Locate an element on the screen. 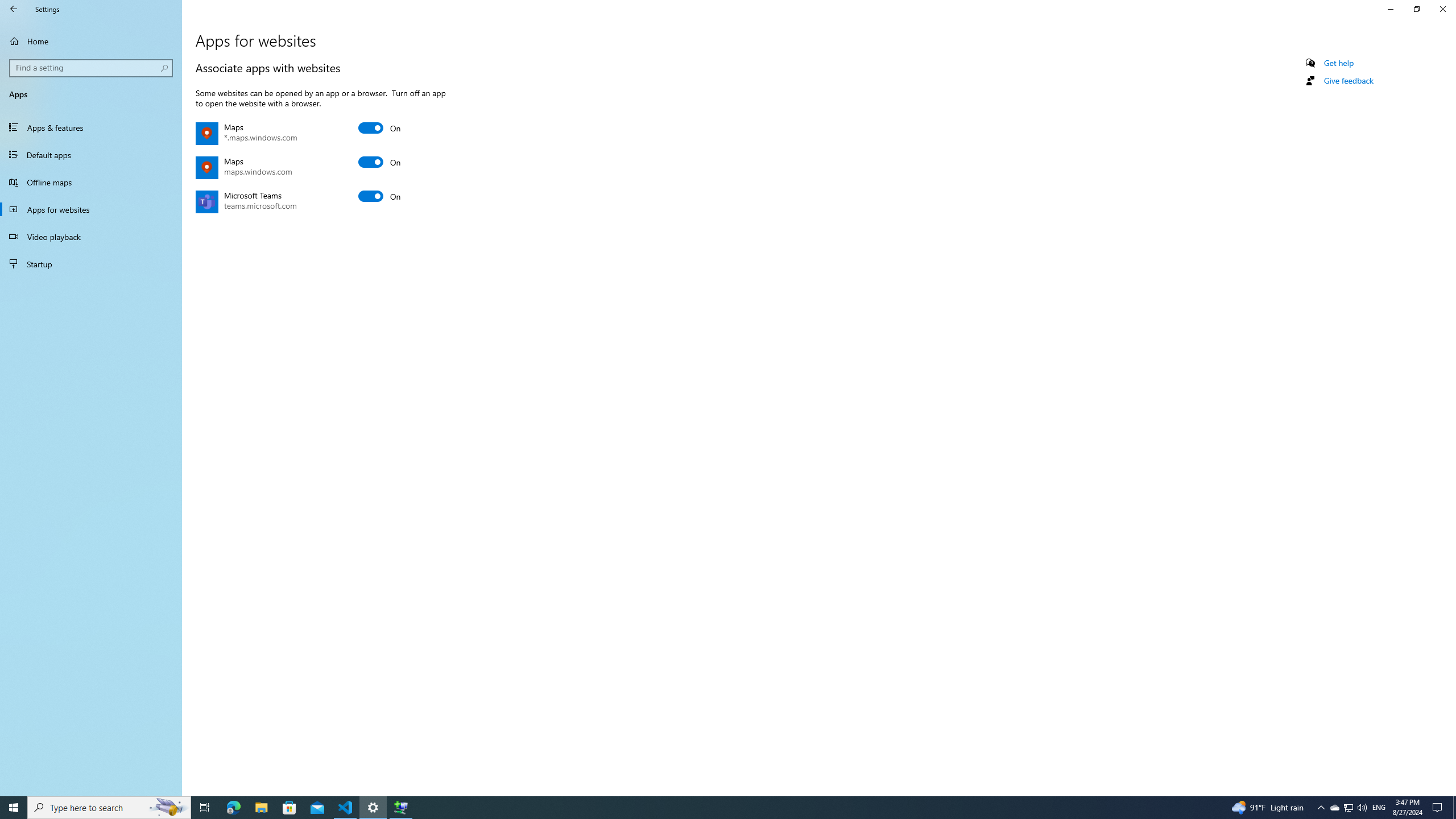 Image resolution: width=1456 pixels, height=819 pixels. 'Default apps' is located at coordinates (90, 154).